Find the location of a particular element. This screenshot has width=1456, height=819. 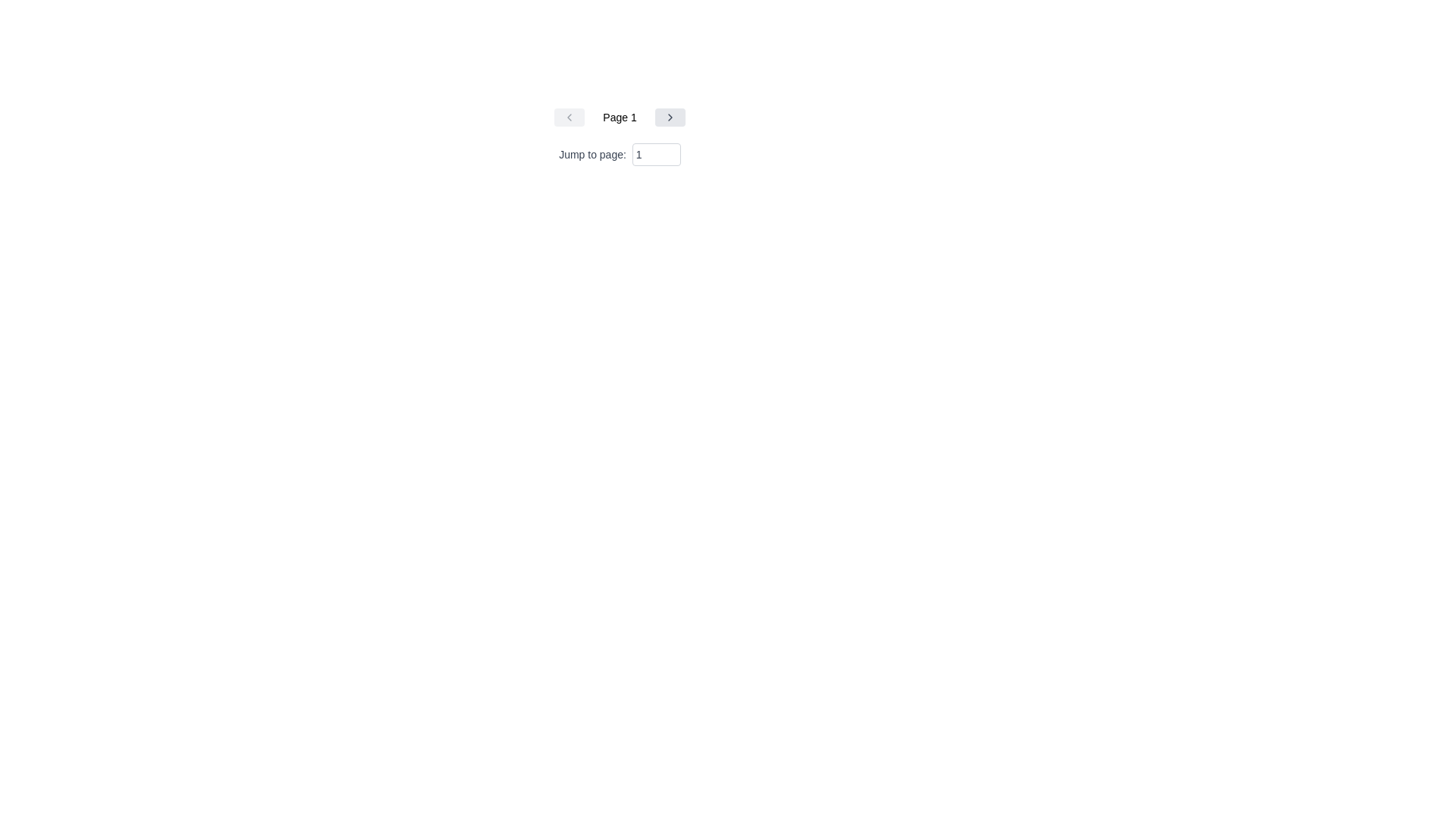

the chevron icon pointing to the right, located to the right of the 'Page 1' text is located at coordinates (669, 116).